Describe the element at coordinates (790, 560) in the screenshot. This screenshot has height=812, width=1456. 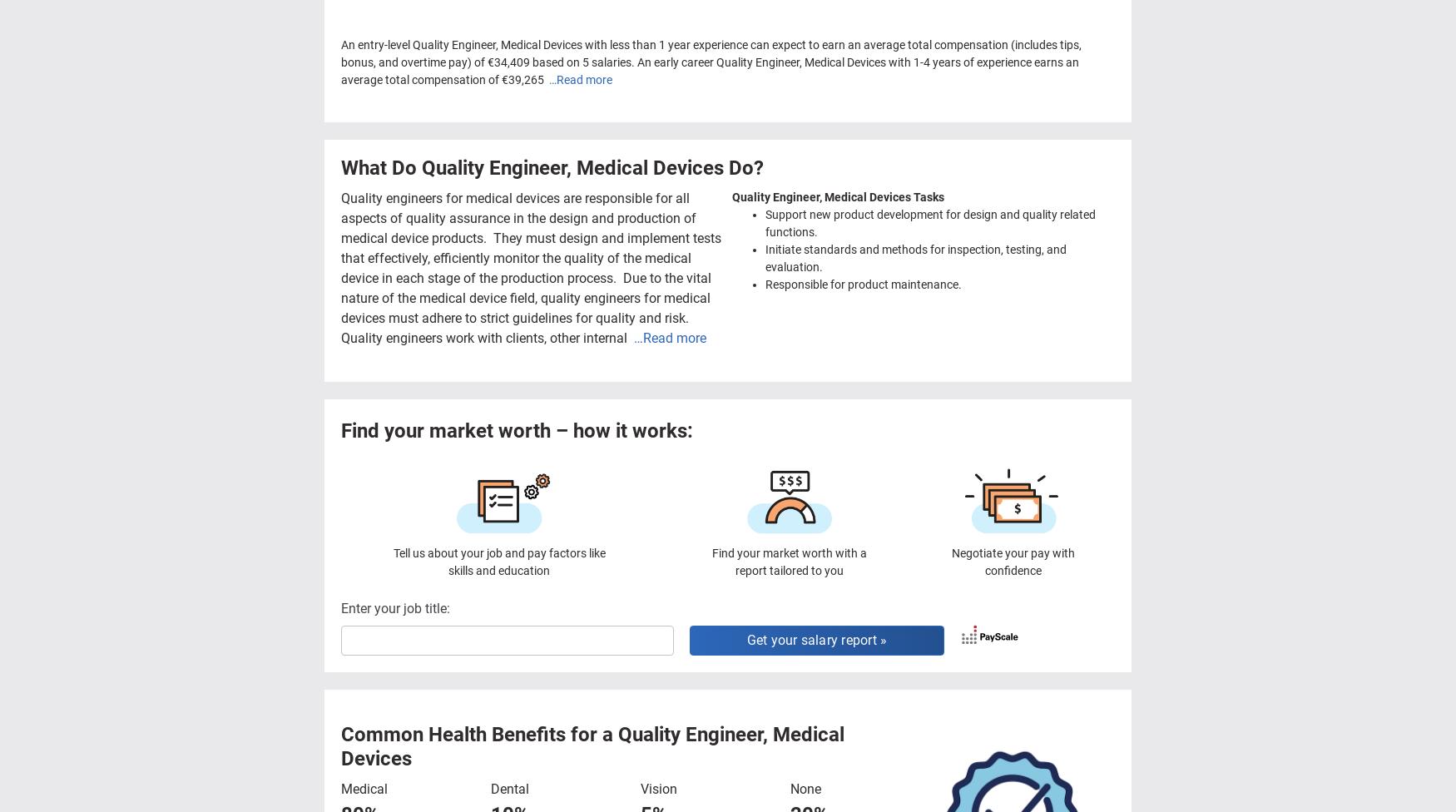
I see `'Find your market worth with a report tailored to you'` at that location.